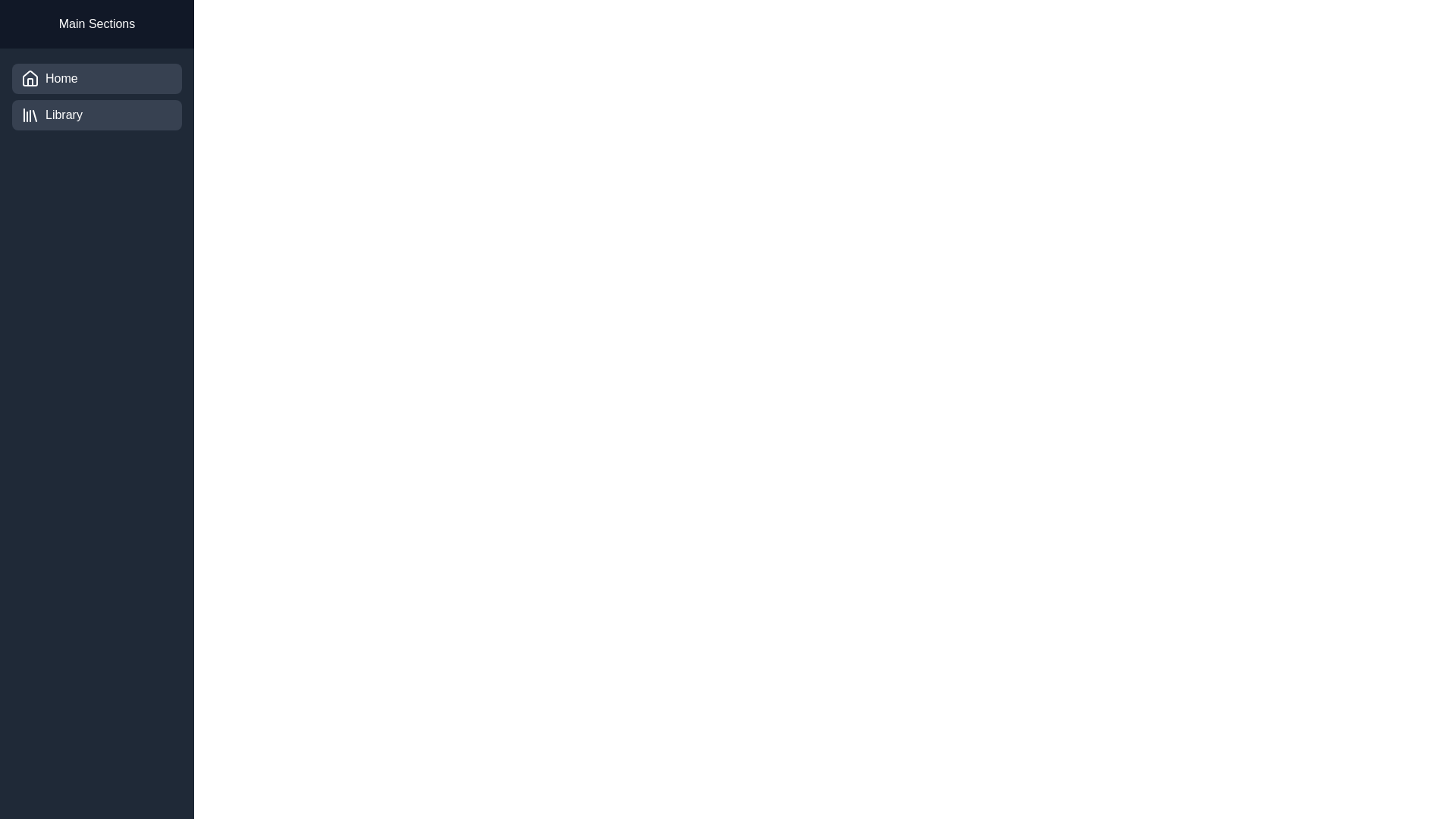  I want to click on the 'Home' button to navigate to the home section, so click(96, 79).